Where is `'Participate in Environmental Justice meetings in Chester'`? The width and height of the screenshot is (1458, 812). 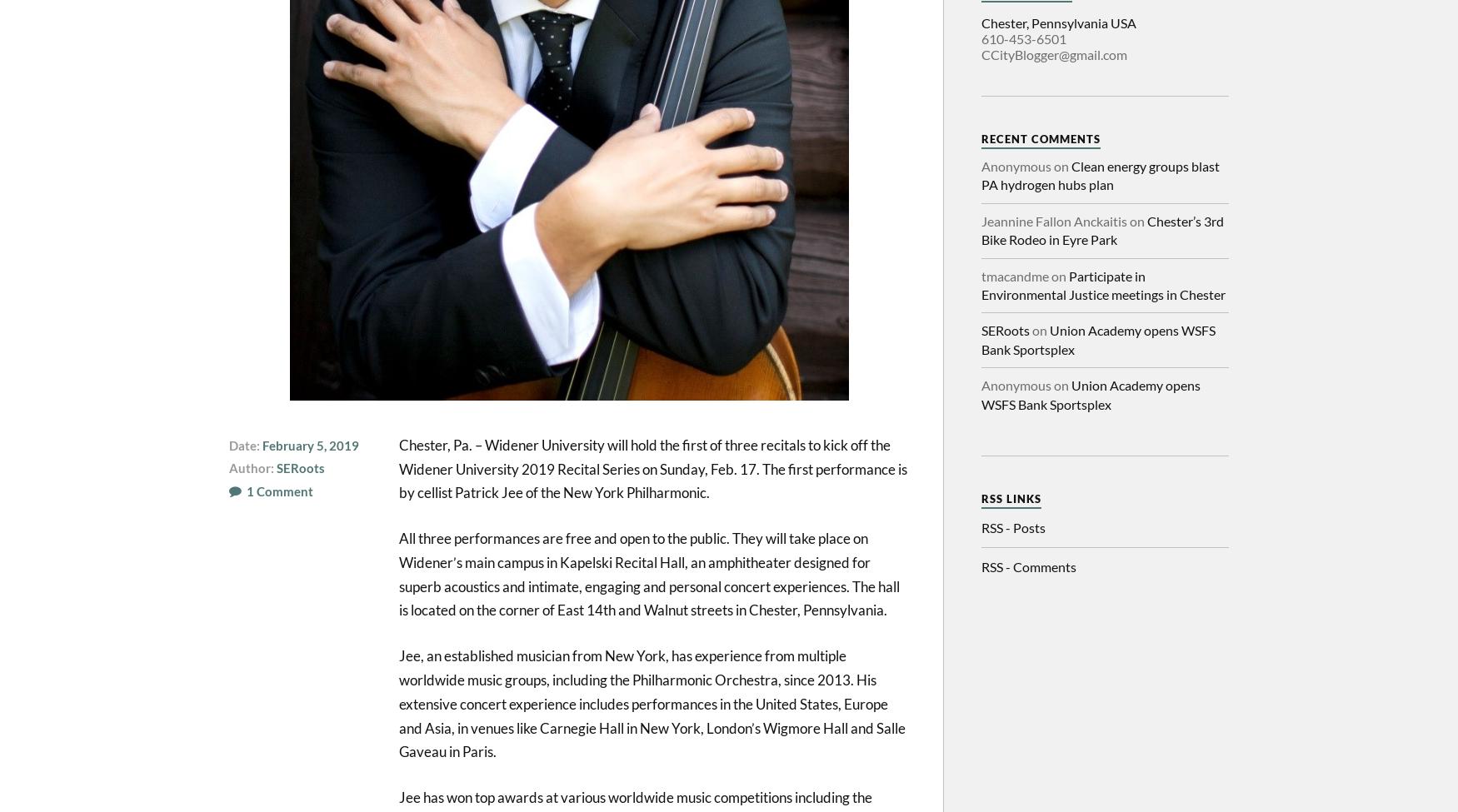 'Participate in Environmental Justice meetings in Chester' is located at coordinates (1103, 284).